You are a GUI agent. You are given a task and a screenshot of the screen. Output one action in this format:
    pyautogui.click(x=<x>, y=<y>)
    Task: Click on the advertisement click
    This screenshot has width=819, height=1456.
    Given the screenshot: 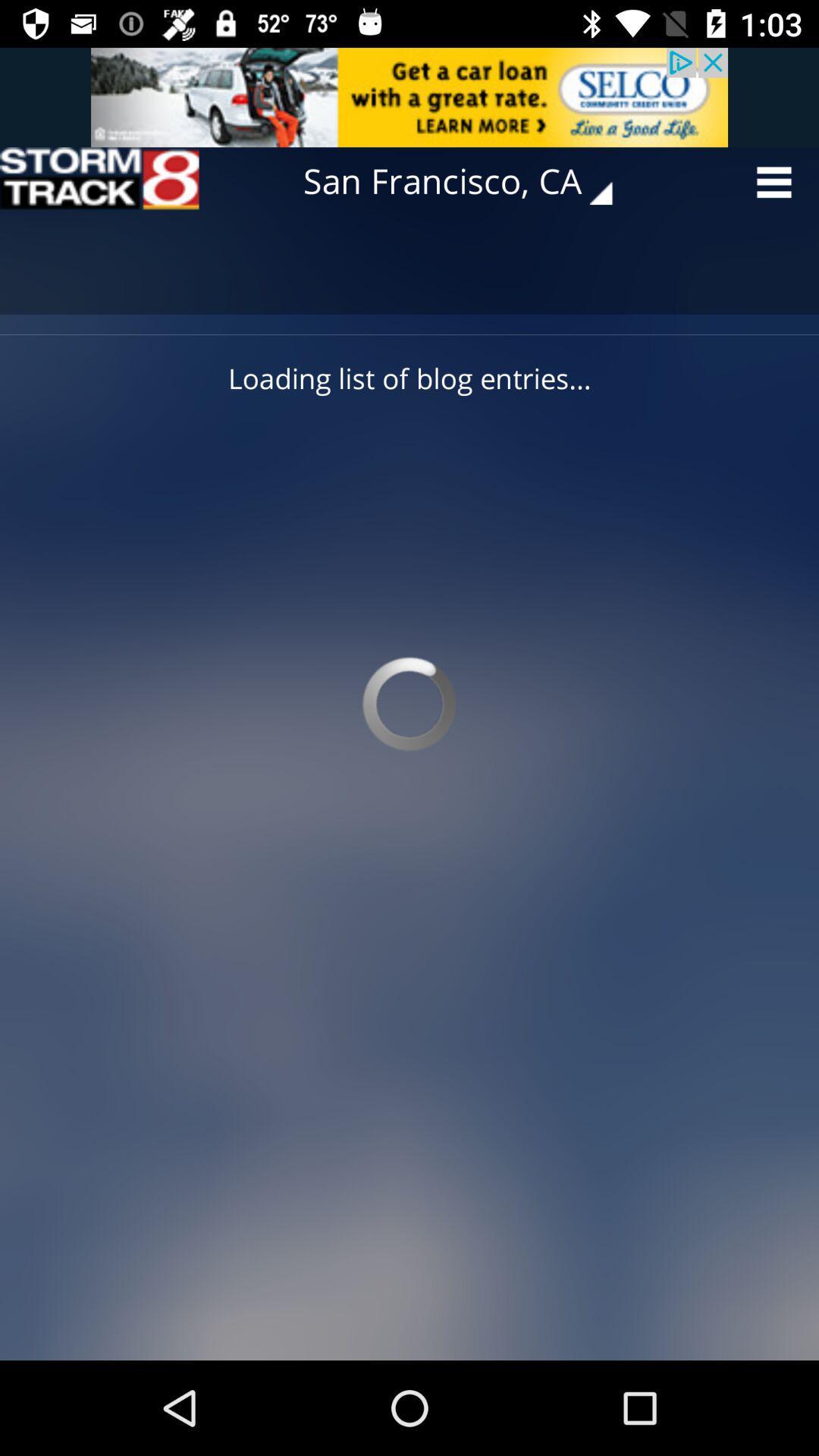 What is the action you would take?
    pyautogui.click(x=409, y=96)
    